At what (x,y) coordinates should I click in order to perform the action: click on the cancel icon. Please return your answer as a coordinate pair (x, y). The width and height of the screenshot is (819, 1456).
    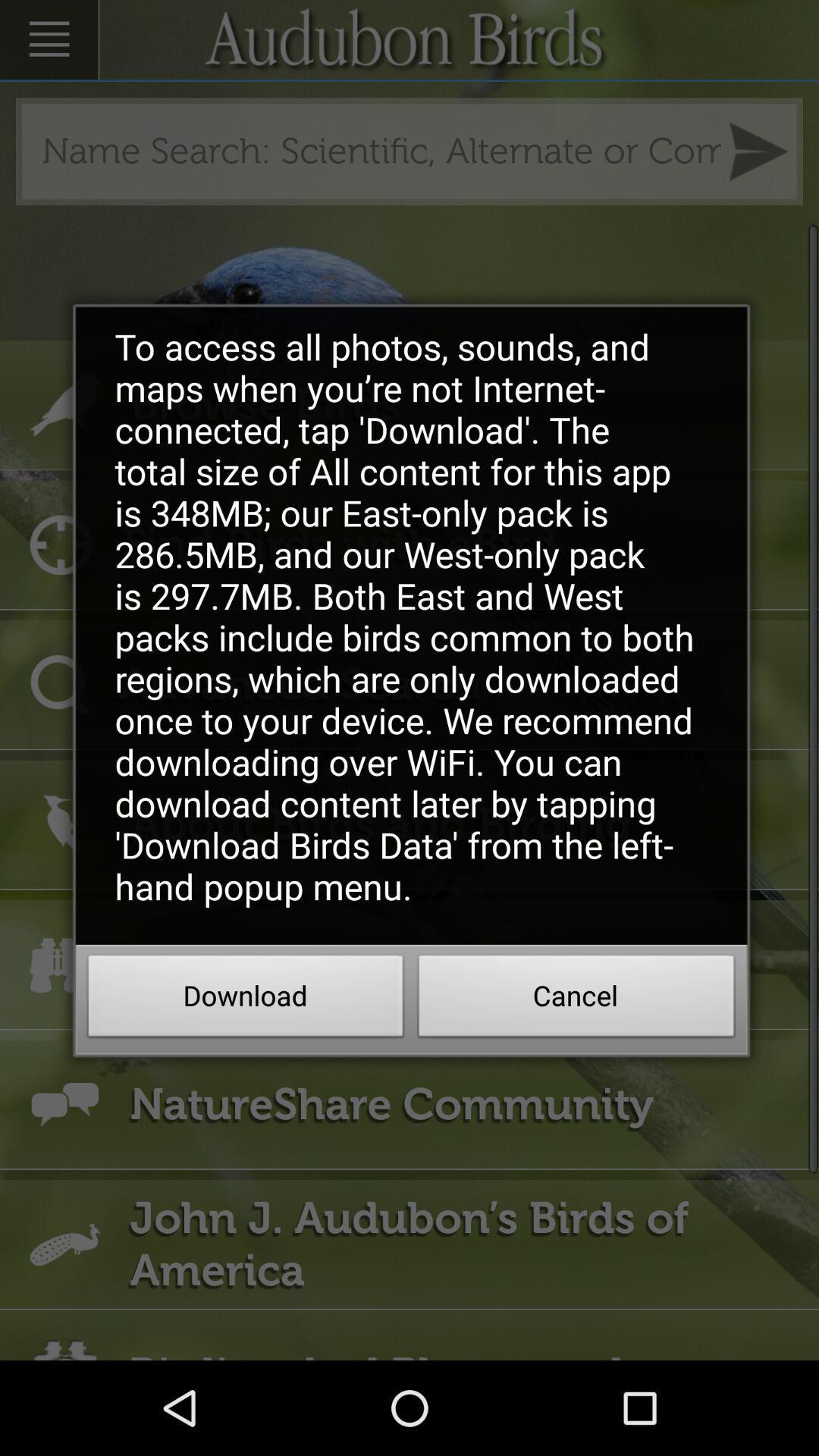
    Looking at the image, I should click on (576, 1000).